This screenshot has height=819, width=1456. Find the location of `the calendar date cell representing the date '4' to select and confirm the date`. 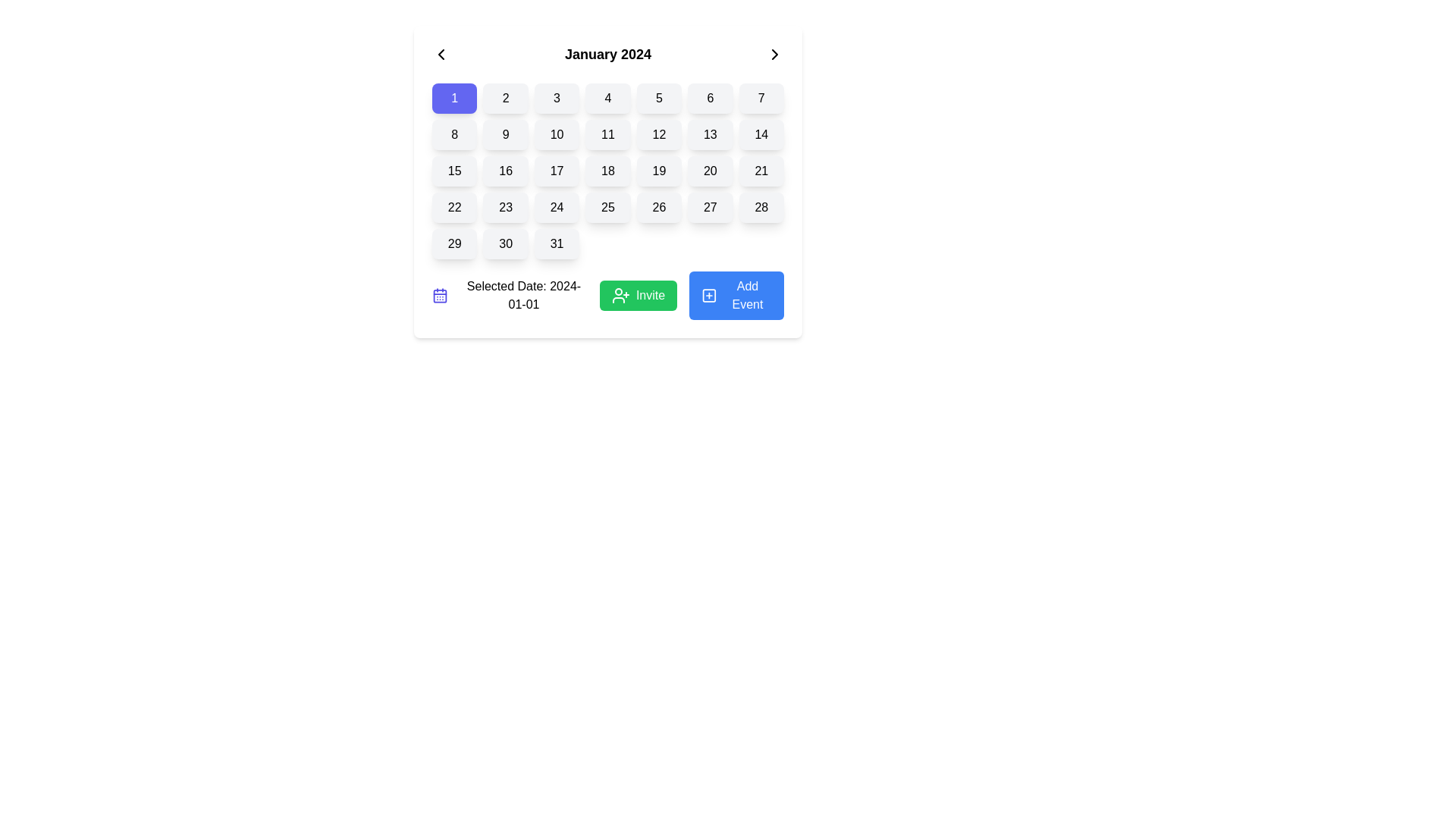

the calendar date cell representing the date '4' to select and confirm the date is located at coordinates (607, 99).